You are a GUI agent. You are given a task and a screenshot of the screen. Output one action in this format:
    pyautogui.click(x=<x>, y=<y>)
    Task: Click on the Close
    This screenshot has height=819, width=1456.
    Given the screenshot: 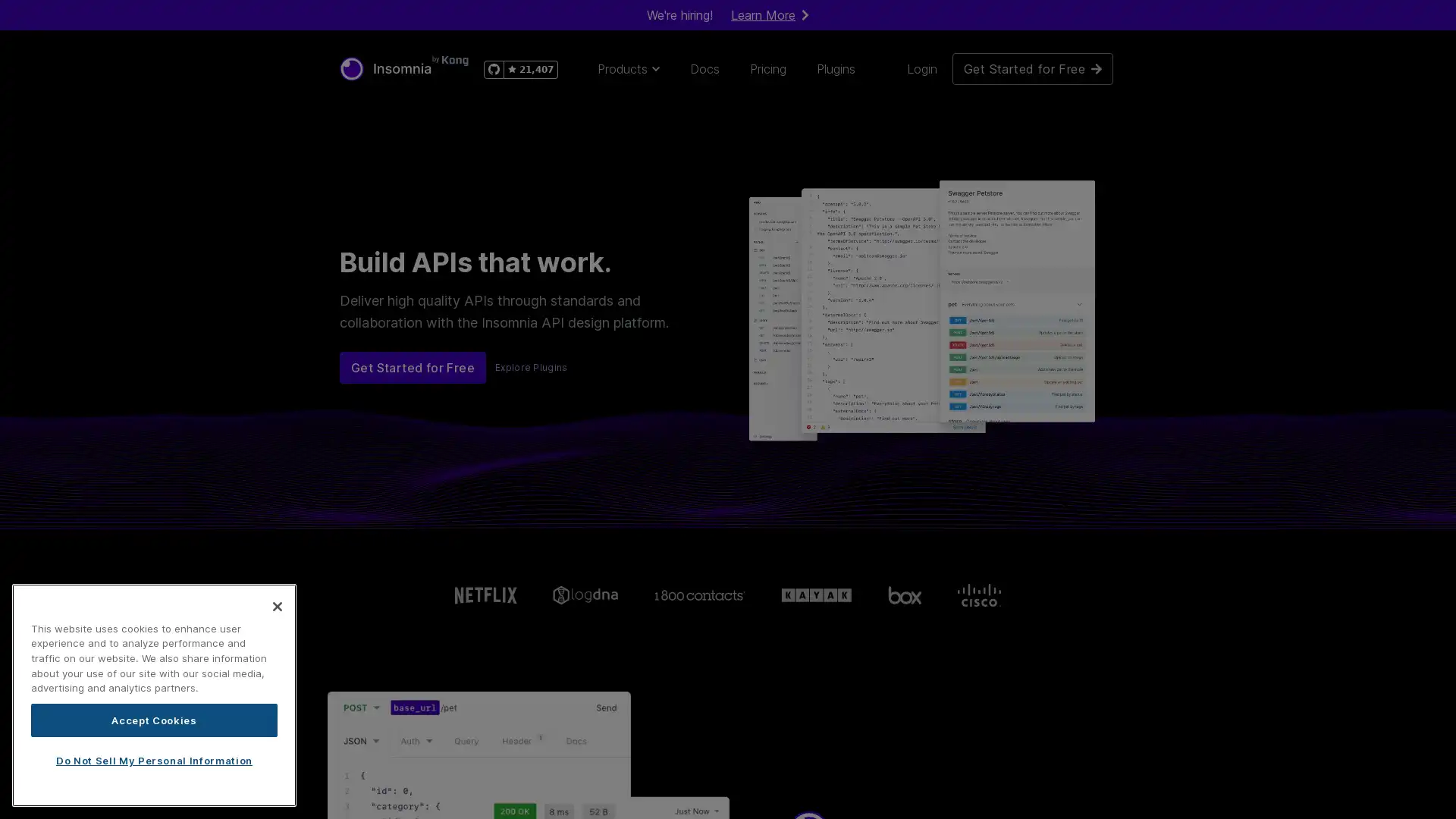 What is the action you would take?
    pyautogui.click(x=277, y=604)
    